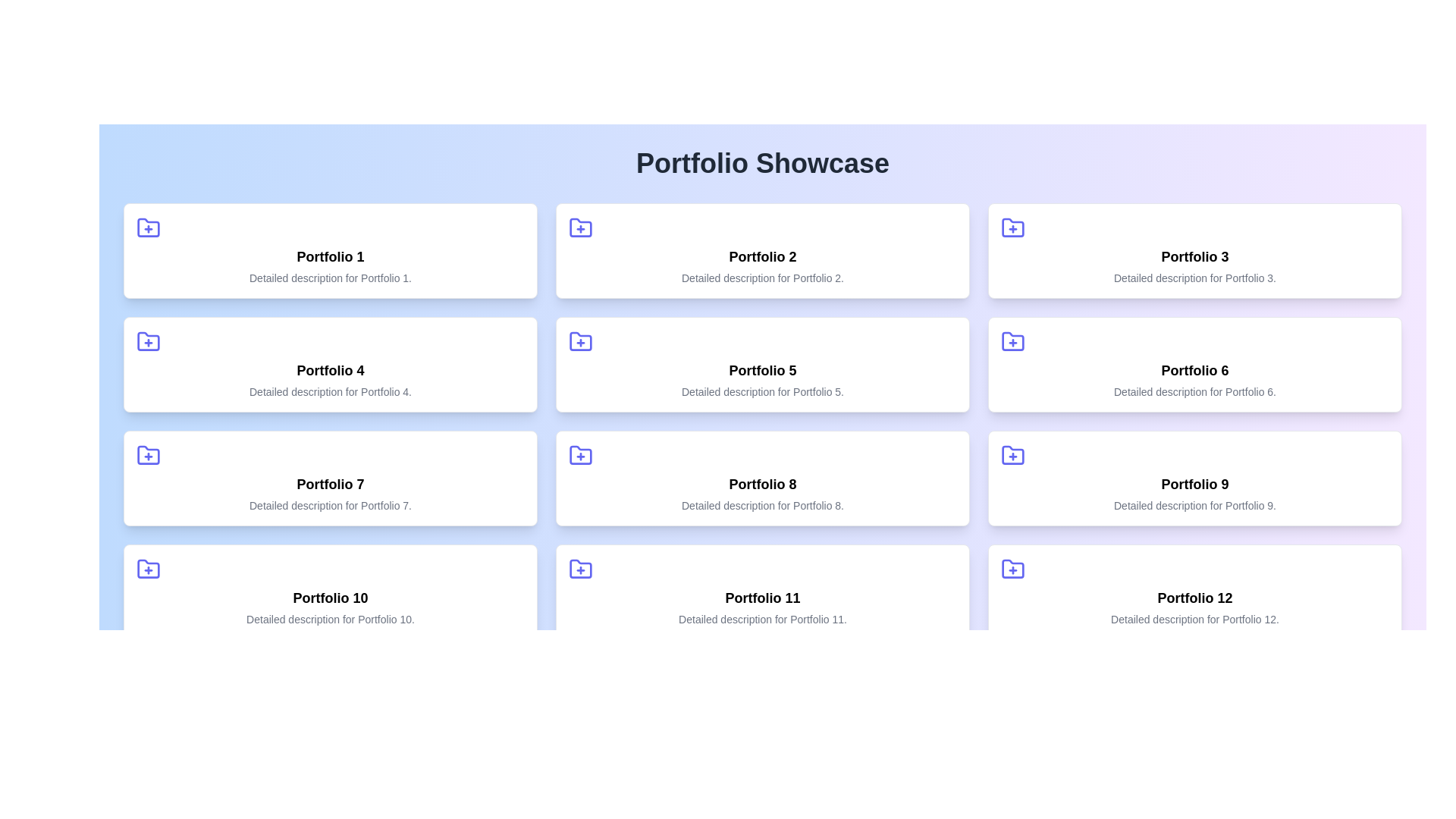 The width and height of the screenshot is (1456, 819). Describe the element at coordinates (1012, 341) in the screenshot. I see `the folder icon with a blue outline located in the top-left corner of the 'Portfolio 6' section` at that location.